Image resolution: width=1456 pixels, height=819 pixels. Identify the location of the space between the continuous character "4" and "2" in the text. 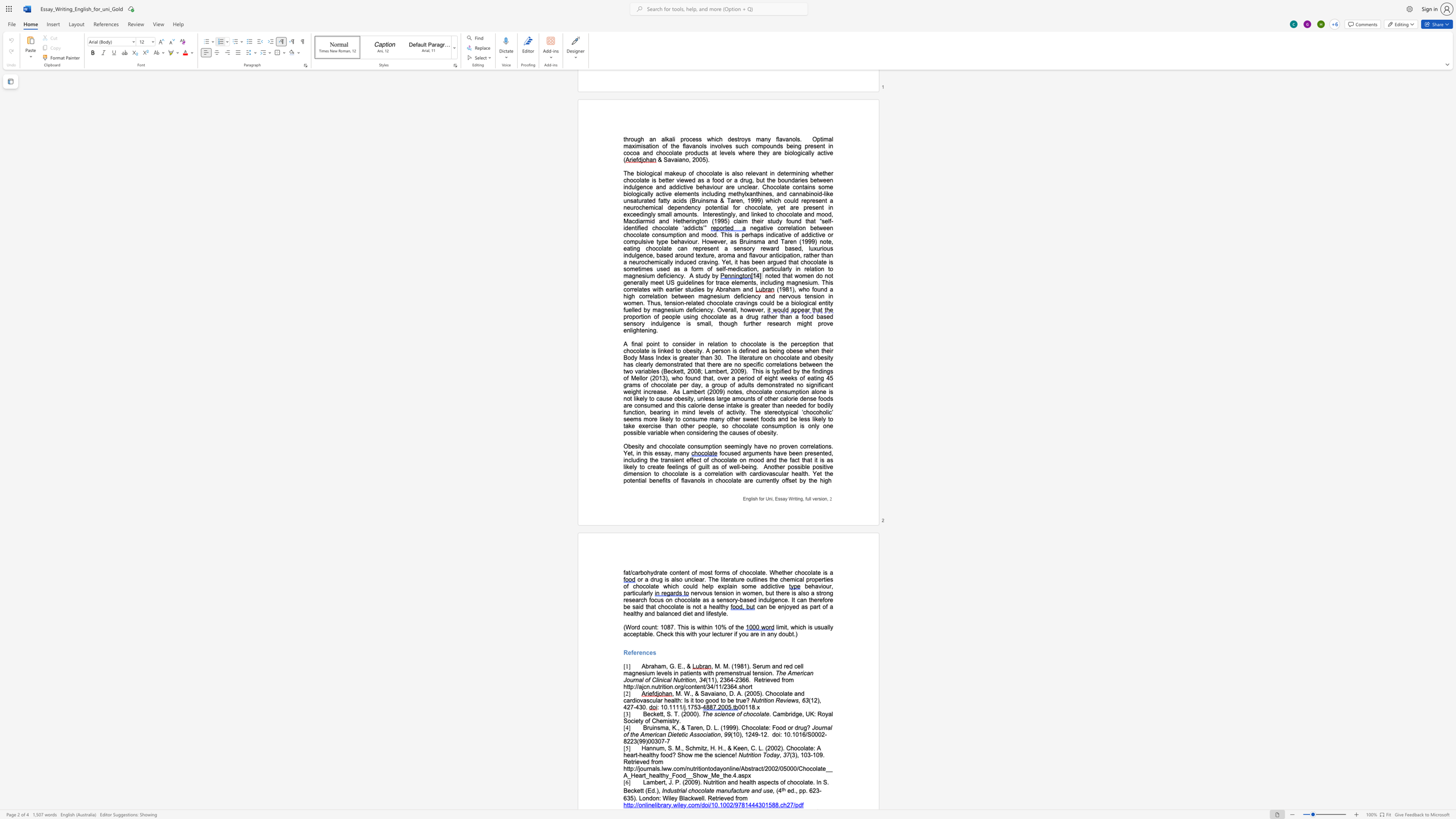
(626, 707).